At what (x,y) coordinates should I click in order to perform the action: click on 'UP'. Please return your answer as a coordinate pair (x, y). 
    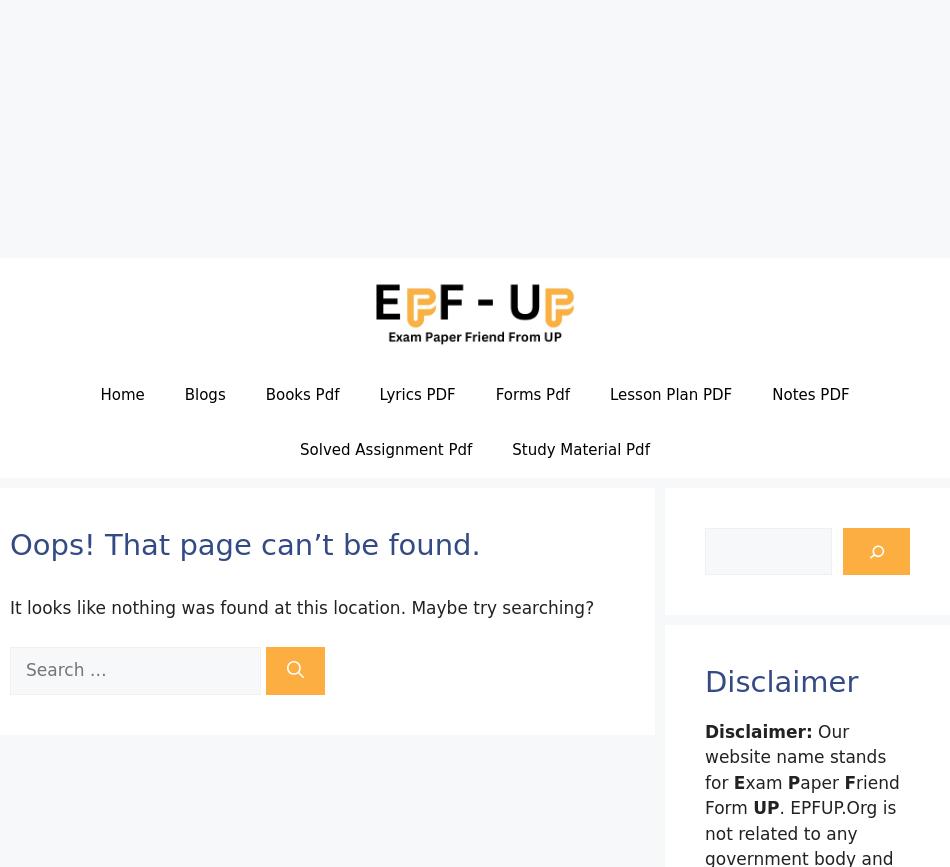
    Looking at the image, I should click on (751, 806).